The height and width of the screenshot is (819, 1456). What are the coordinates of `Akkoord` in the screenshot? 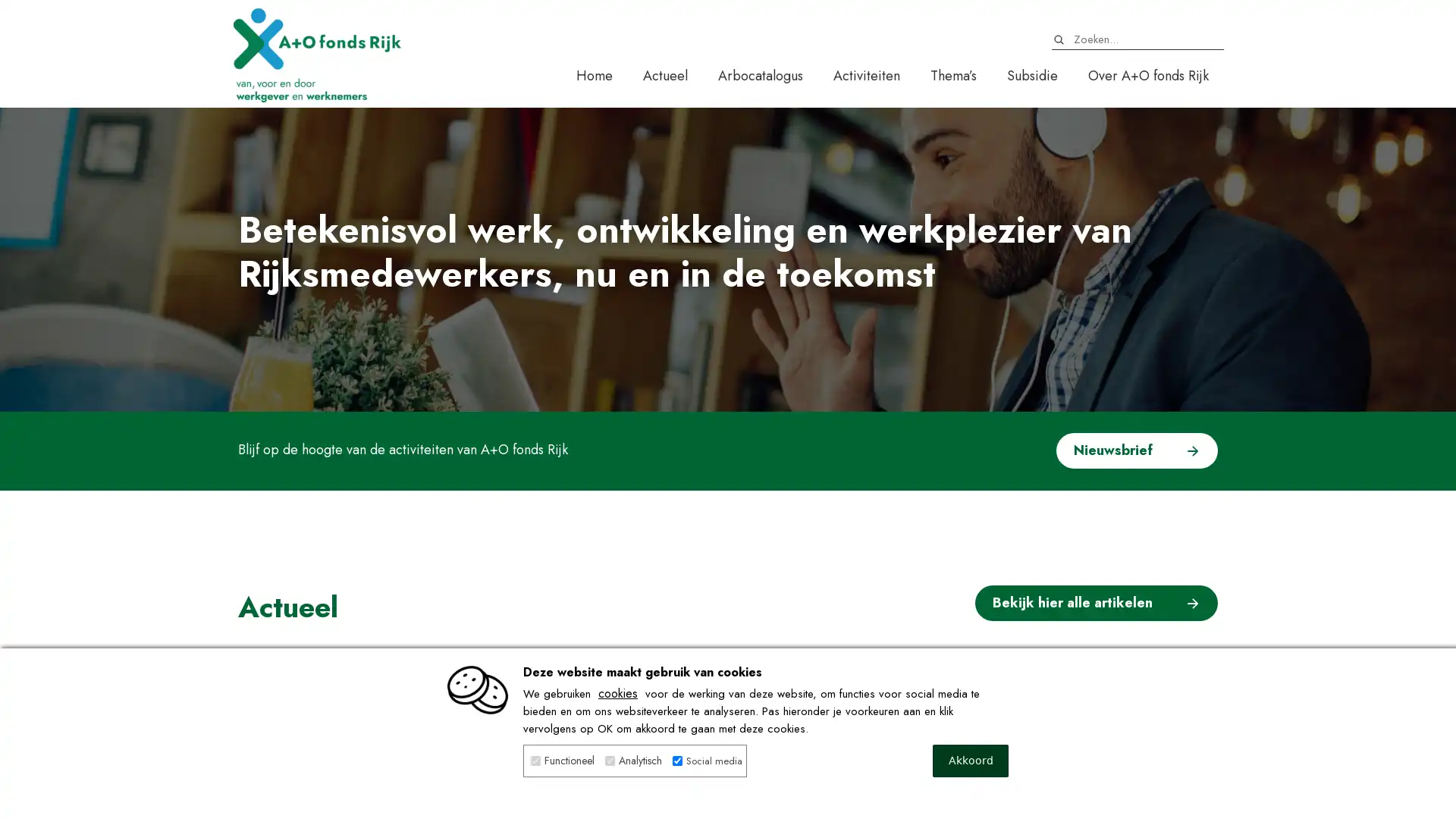 It's located at (971, 761).